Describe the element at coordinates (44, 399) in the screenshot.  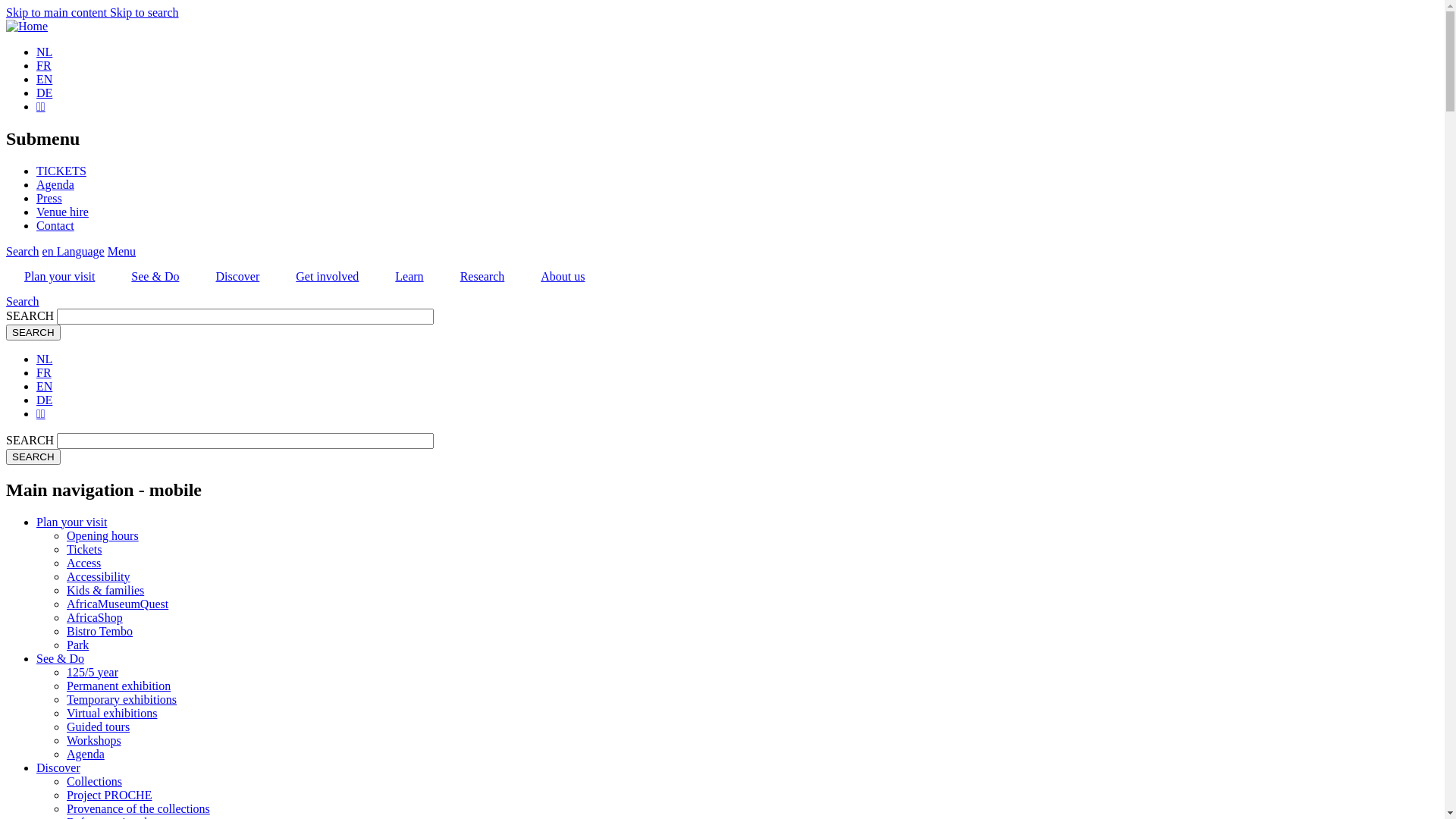
I see `'DE'` at that location.